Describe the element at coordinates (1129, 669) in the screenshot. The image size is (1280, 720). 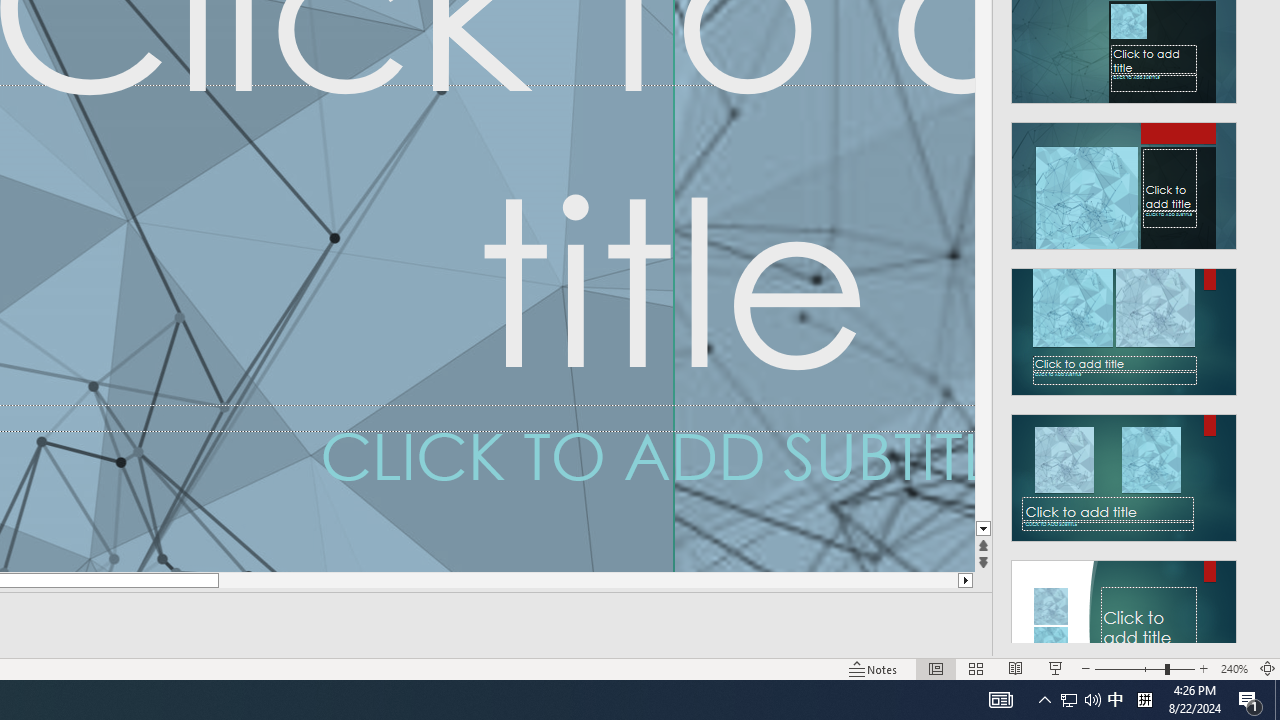
I see `'Zoom Out'` at that location.